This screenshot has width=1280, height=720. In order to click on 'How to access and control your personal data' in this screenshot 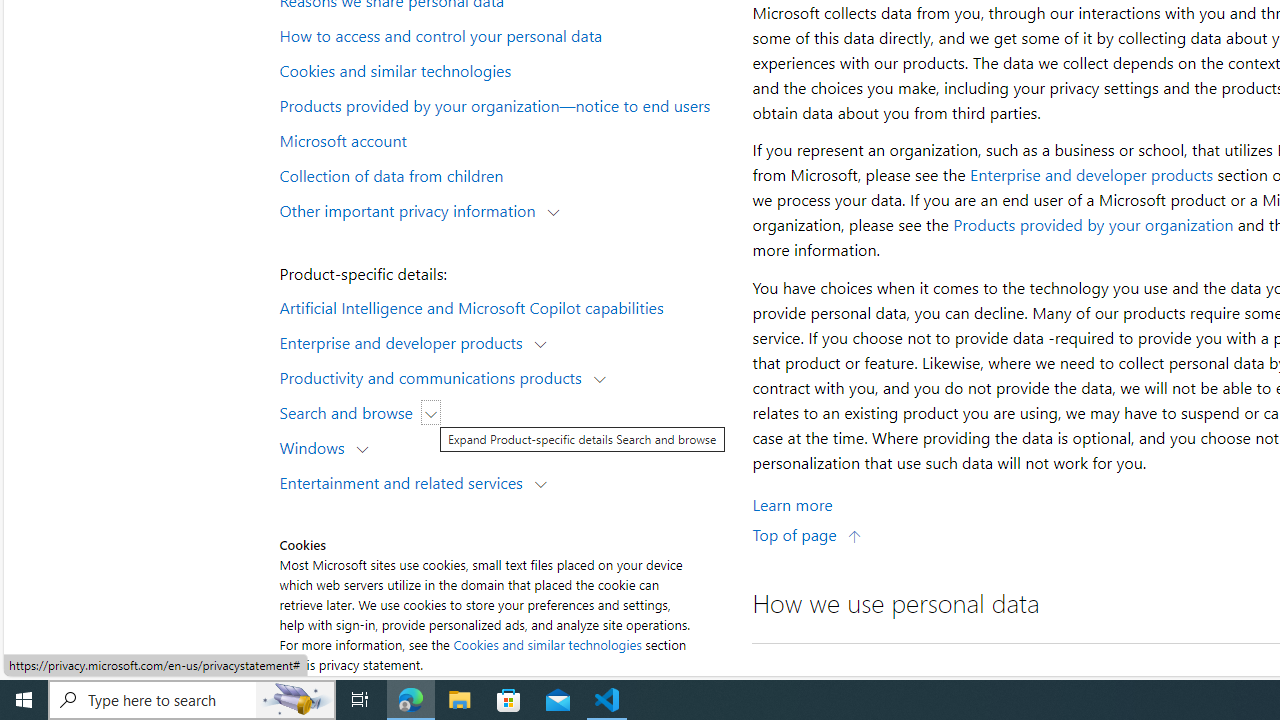, I will do `click(504, 35)`.